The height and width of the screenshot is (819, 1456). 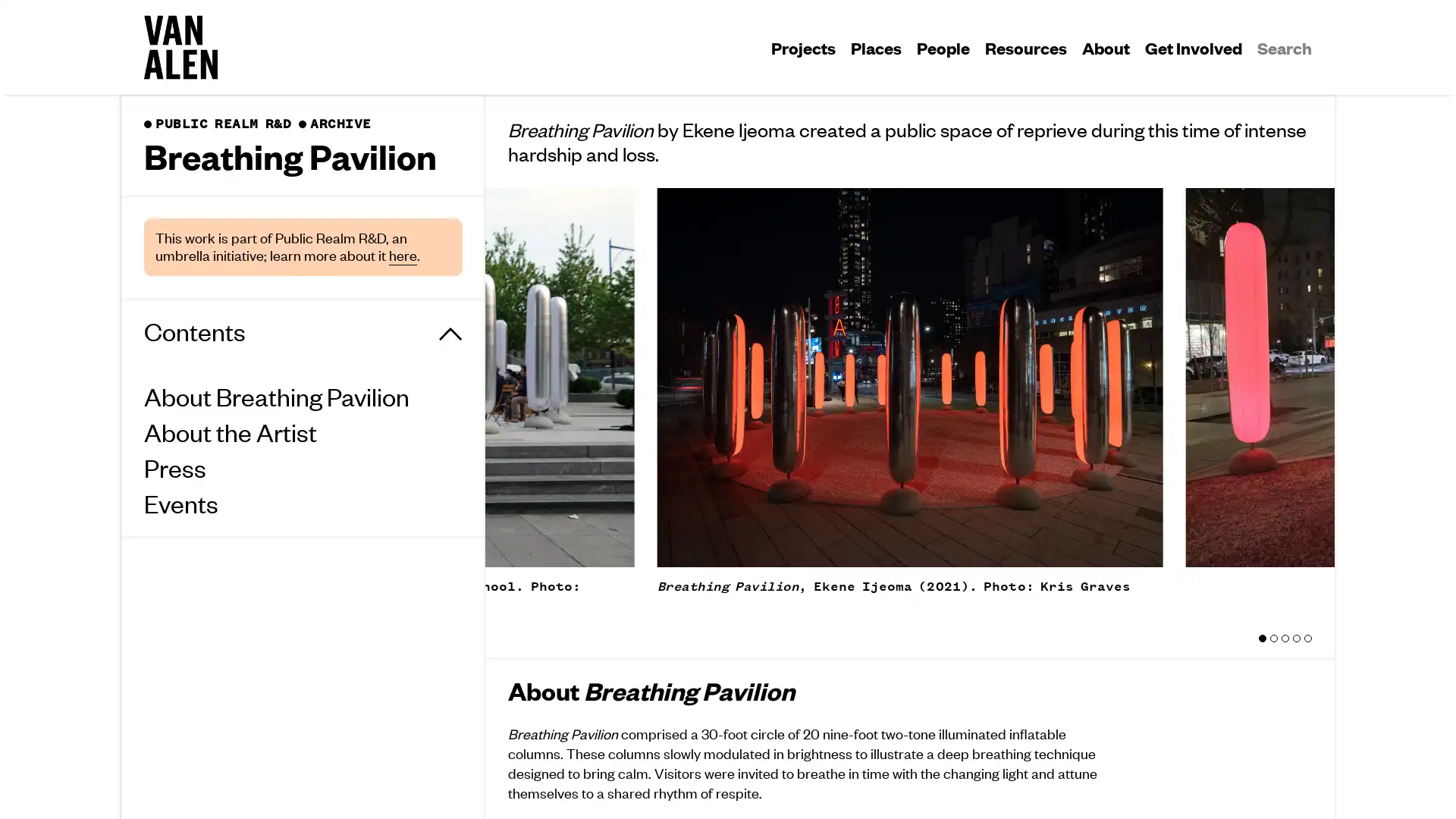 What do you see at coordinates (1356, 410) in the screenshot?
I see `Next` at bounding box center [1356, 410].